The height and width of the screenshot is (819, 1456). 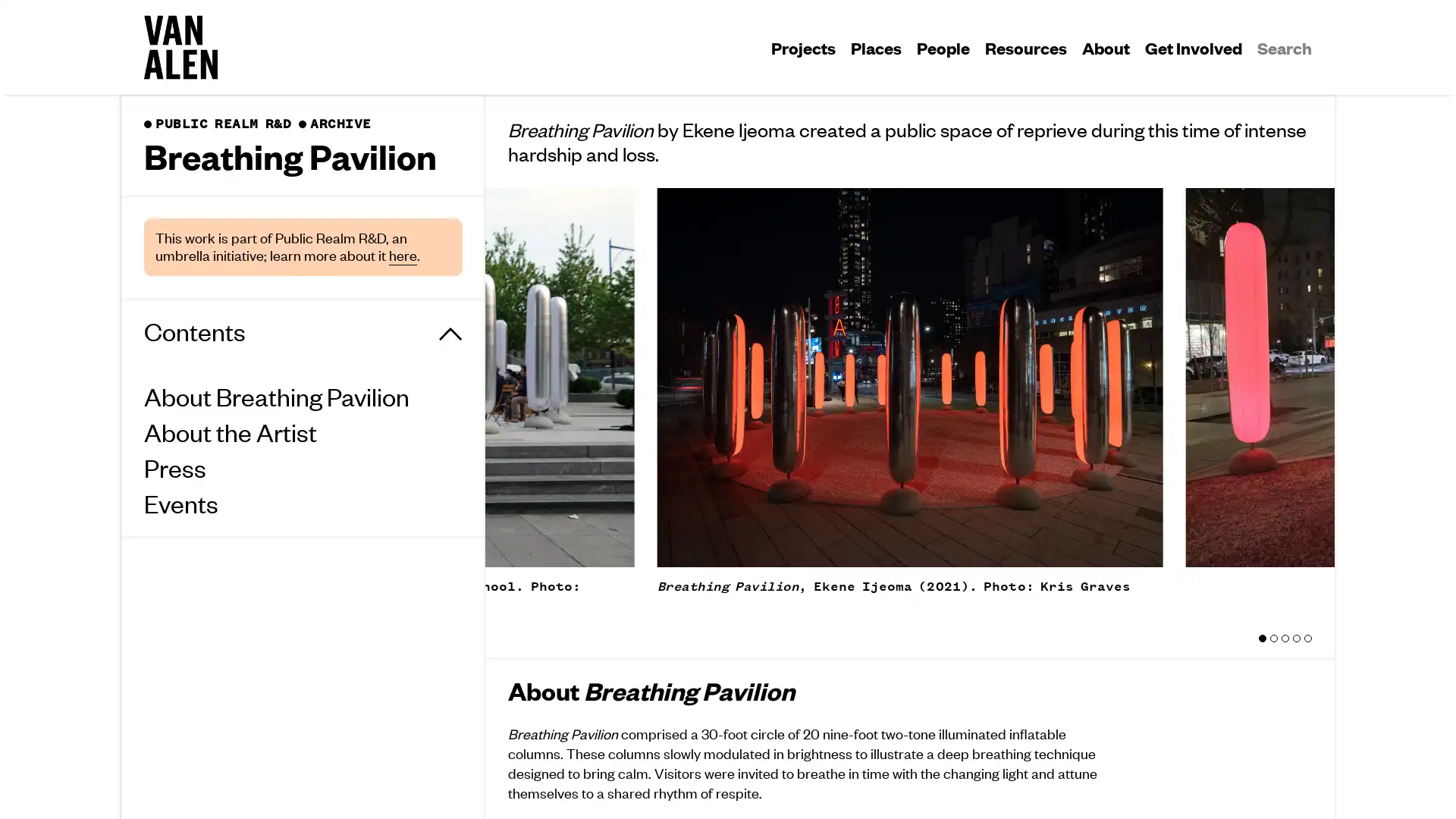 What do you see at coordinates (1356, 410) in the screenshot?
I see `Next` at bounding box center [1356, 410].